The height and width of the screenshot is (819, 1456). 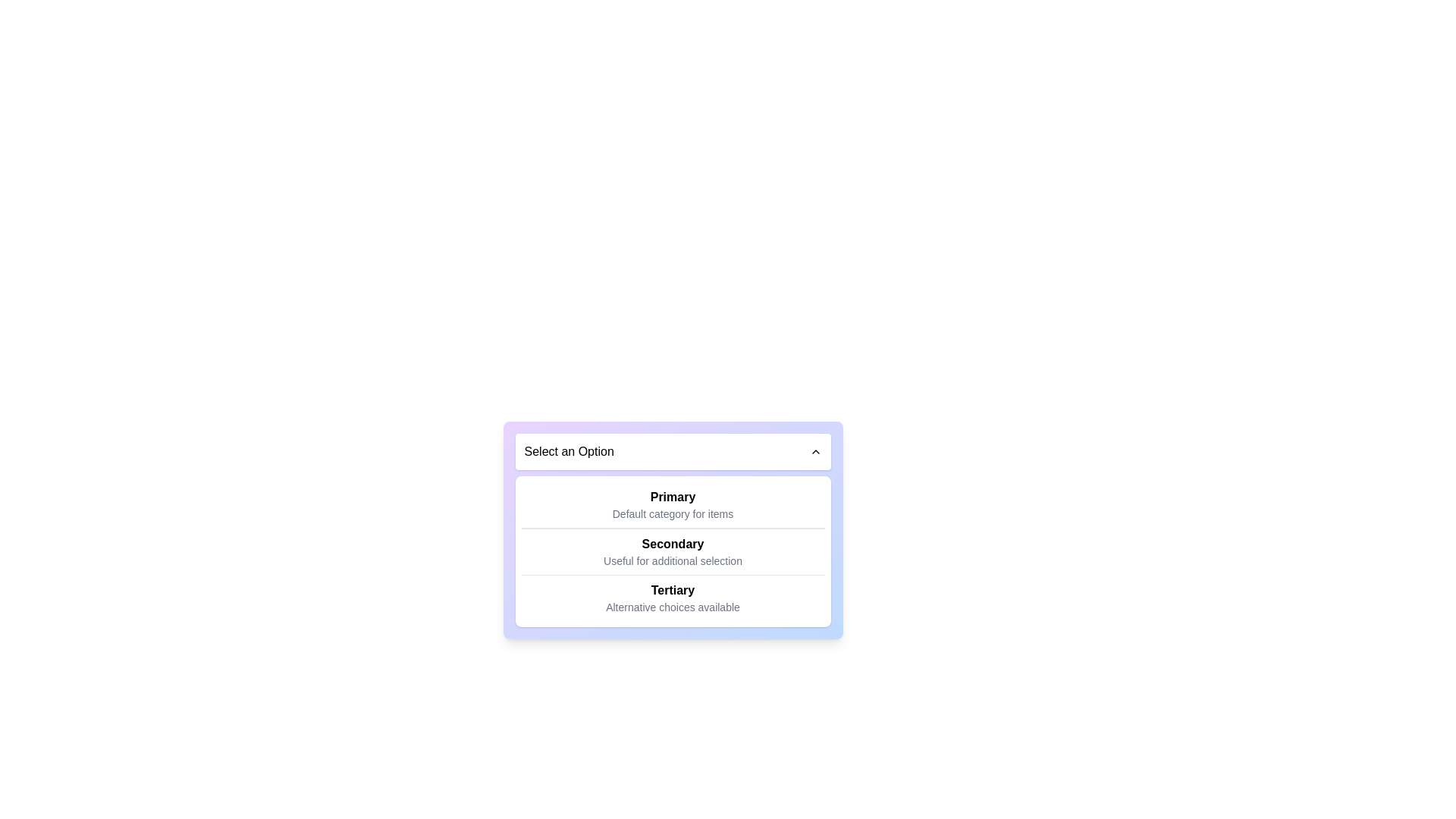 What do you see at coordinates (672, 513) in the screenshot?
I see `the static informational label that provides complementary information about the 'Primary' option, located directly under the bold text 'Primary'` at bounding box center [672, 513].